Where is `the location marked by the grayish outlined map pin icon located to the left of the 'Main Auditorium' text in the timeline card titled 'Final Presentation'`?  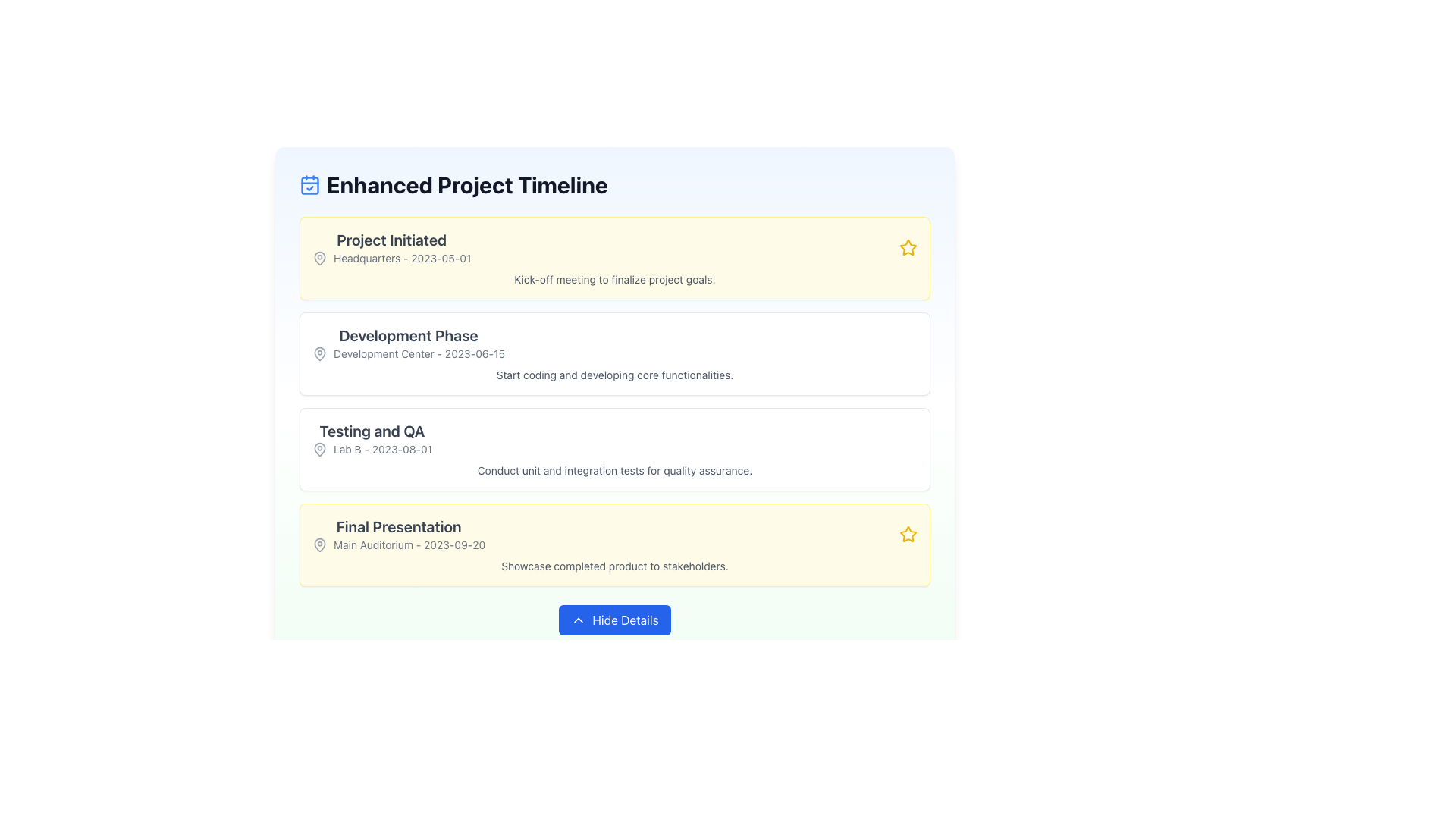
the location marked by the grayish outlined map pin icon located to the left of the 'Main Auditorium' text in the timeline card titled 'Final Presentation' is located at coordinates (319, 543).